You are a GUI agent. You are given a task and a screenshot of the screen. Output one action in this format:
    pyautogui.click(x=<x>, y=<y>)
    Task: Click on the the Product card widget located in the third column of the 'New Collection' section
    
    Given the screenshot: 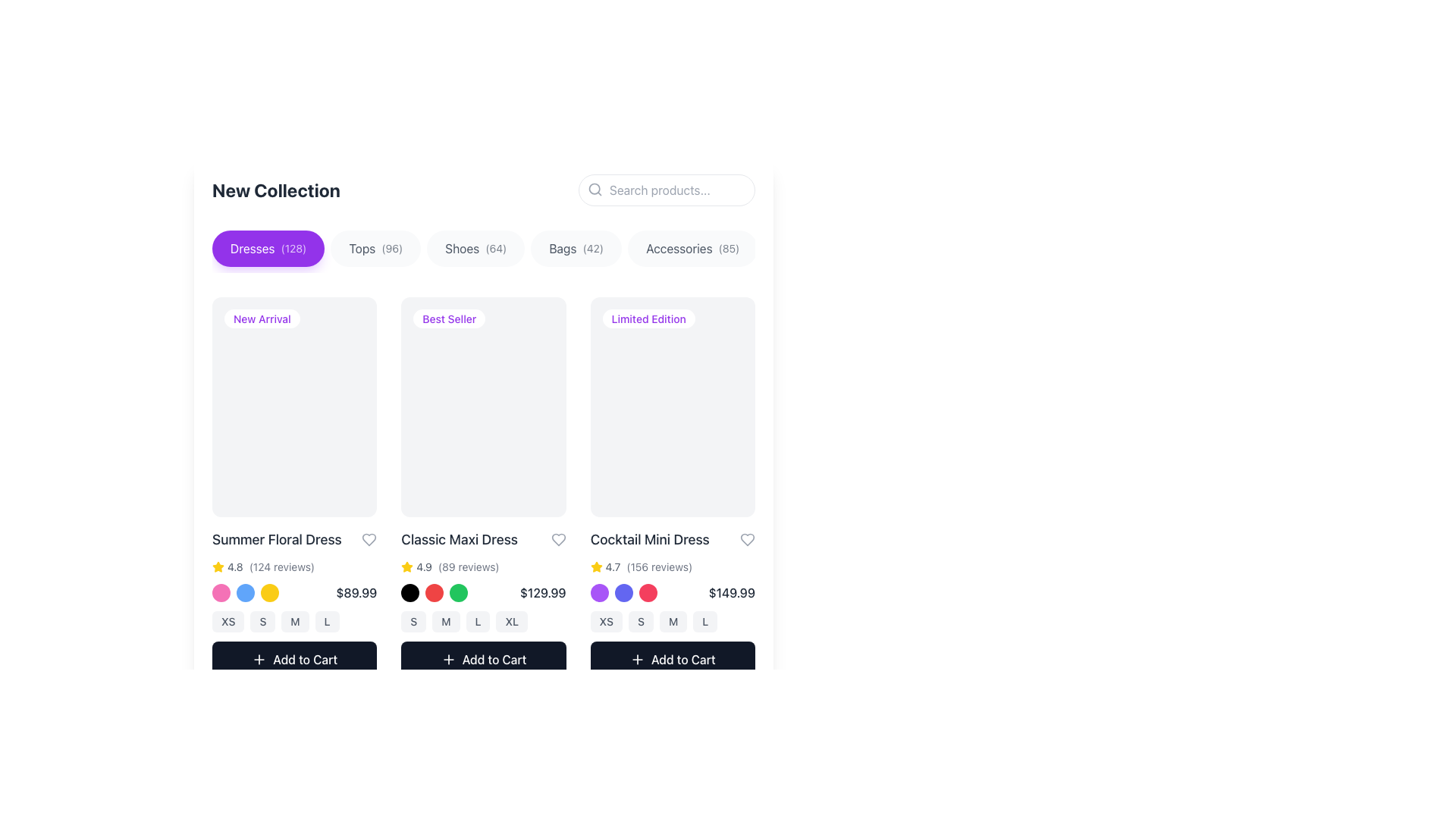 What is the action you would take?
    pyautogui.click(x=672, y=487)
    